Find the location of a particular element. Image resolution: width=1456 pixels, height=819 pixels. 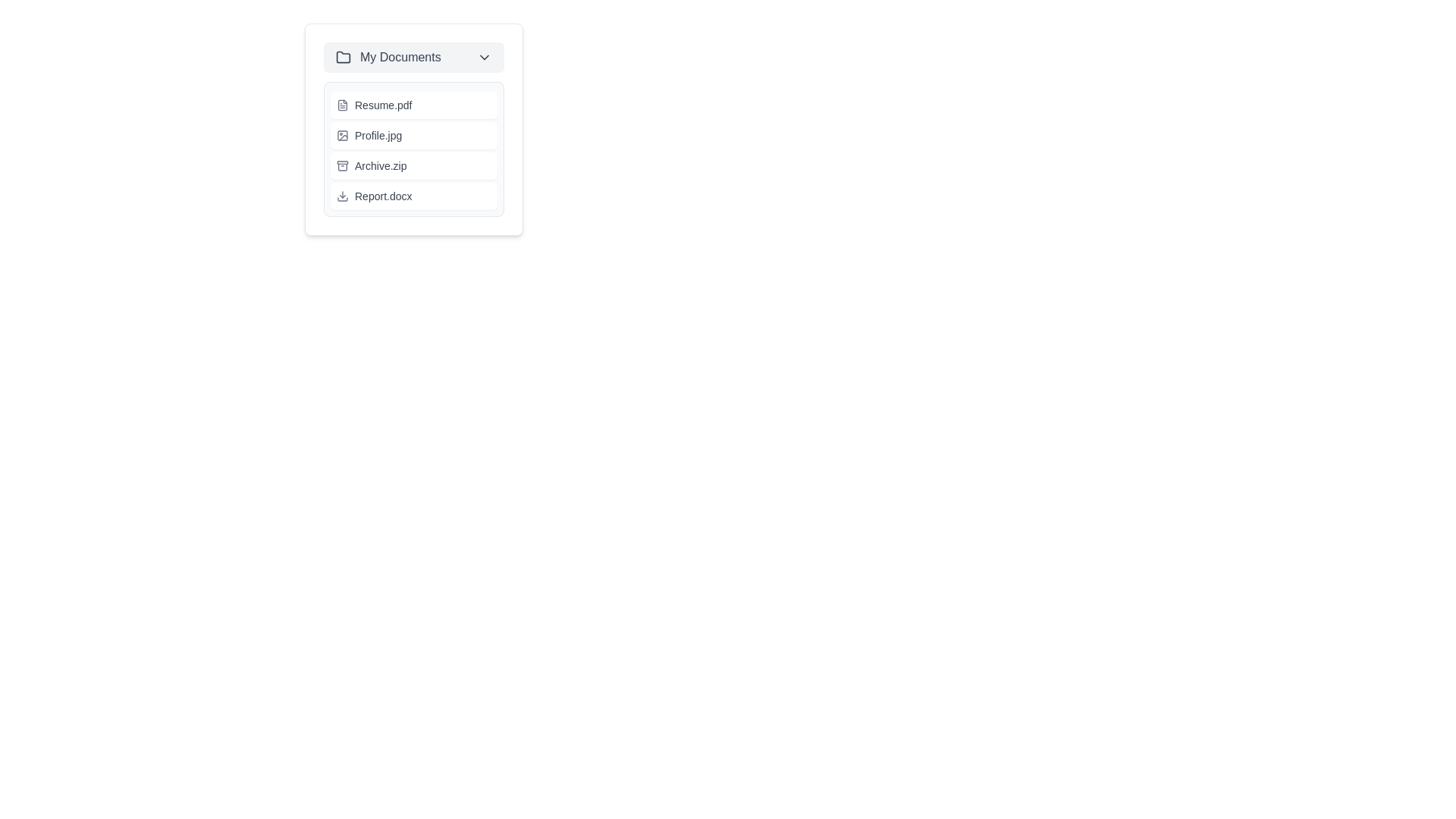

the download icon representing 'Report.docx' is located at coordinates (341, 195).